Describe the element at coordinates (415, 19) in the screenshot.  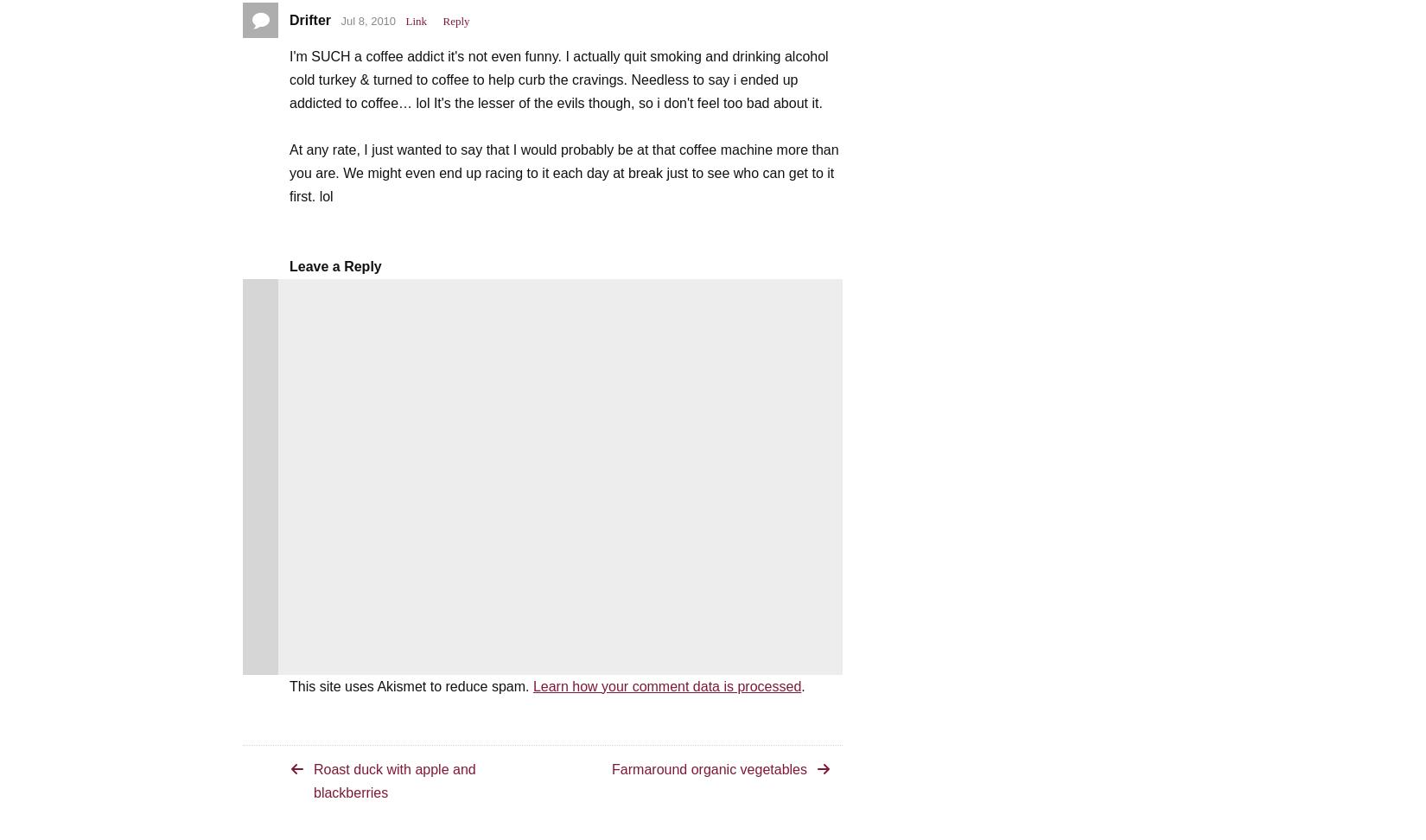
I see `'Link'` at that location.